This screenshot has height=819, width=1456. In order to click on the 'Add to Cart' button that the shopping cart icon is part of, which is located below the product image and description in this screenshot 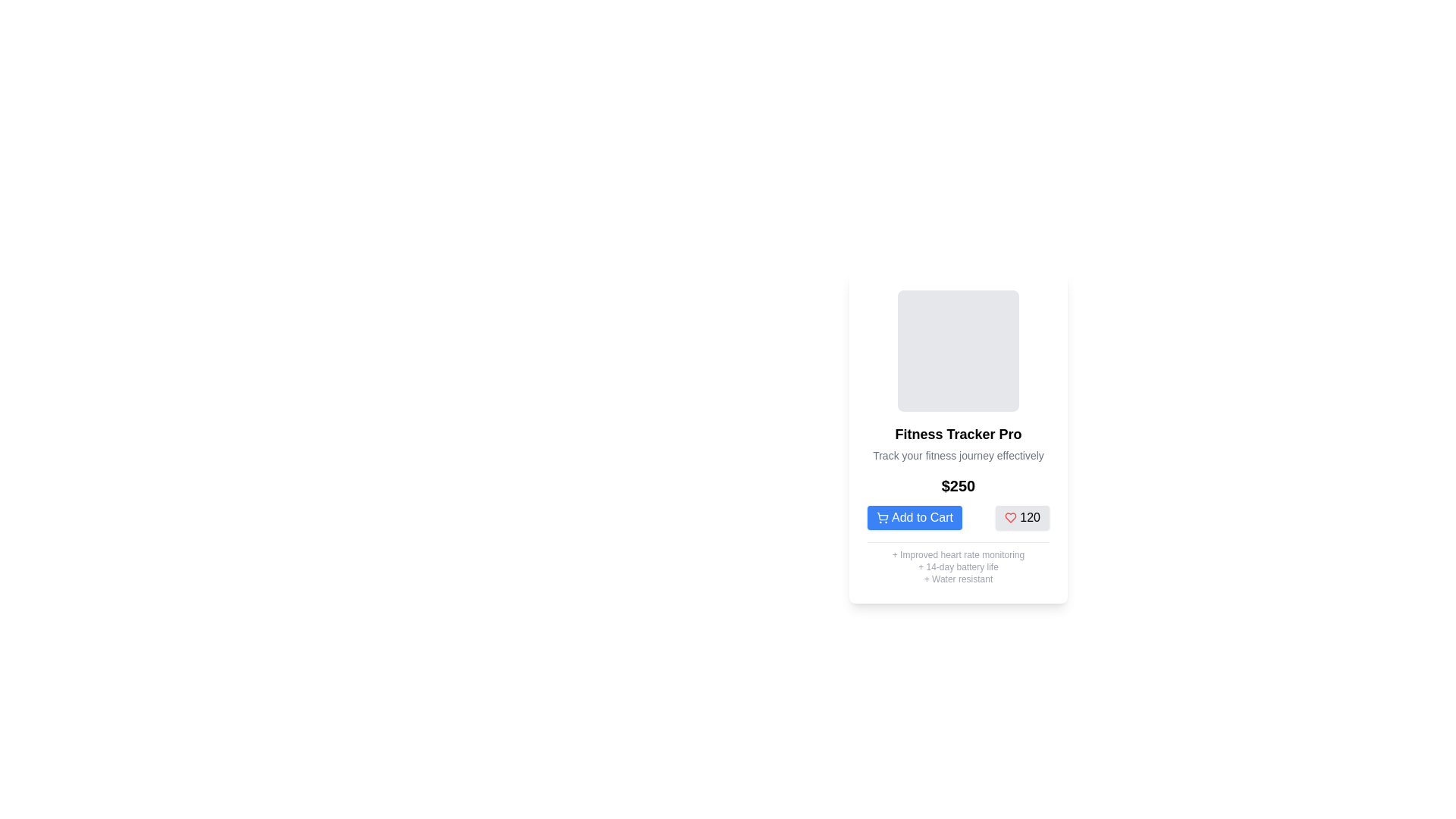, I will do `click(882, 516)`.